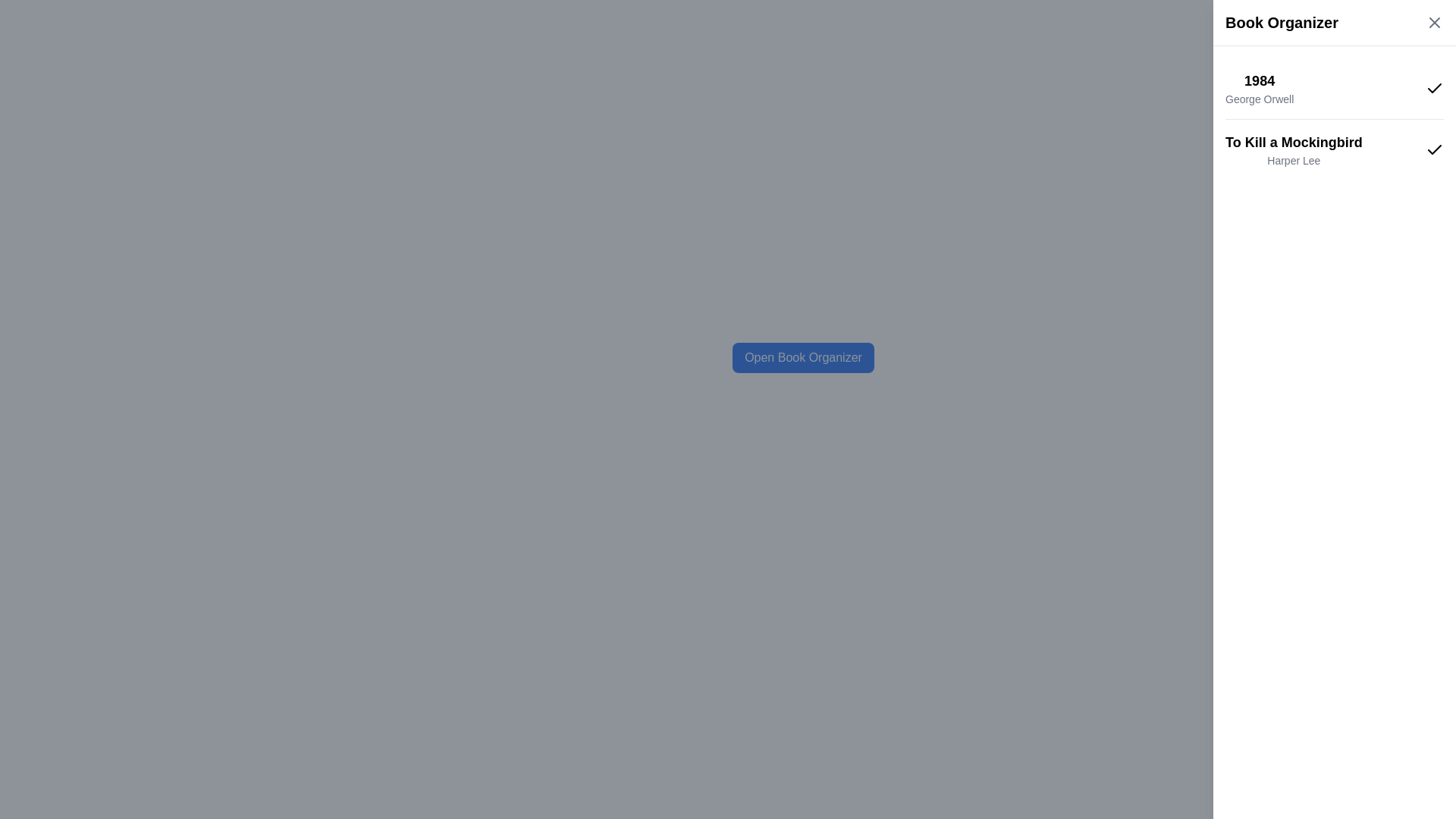 This screenshot has width=1456, height=819. I want to click on the 'X' icon button in the top-right corner of the 'Book Organizer' header area to change its color, so click(1433, 23).